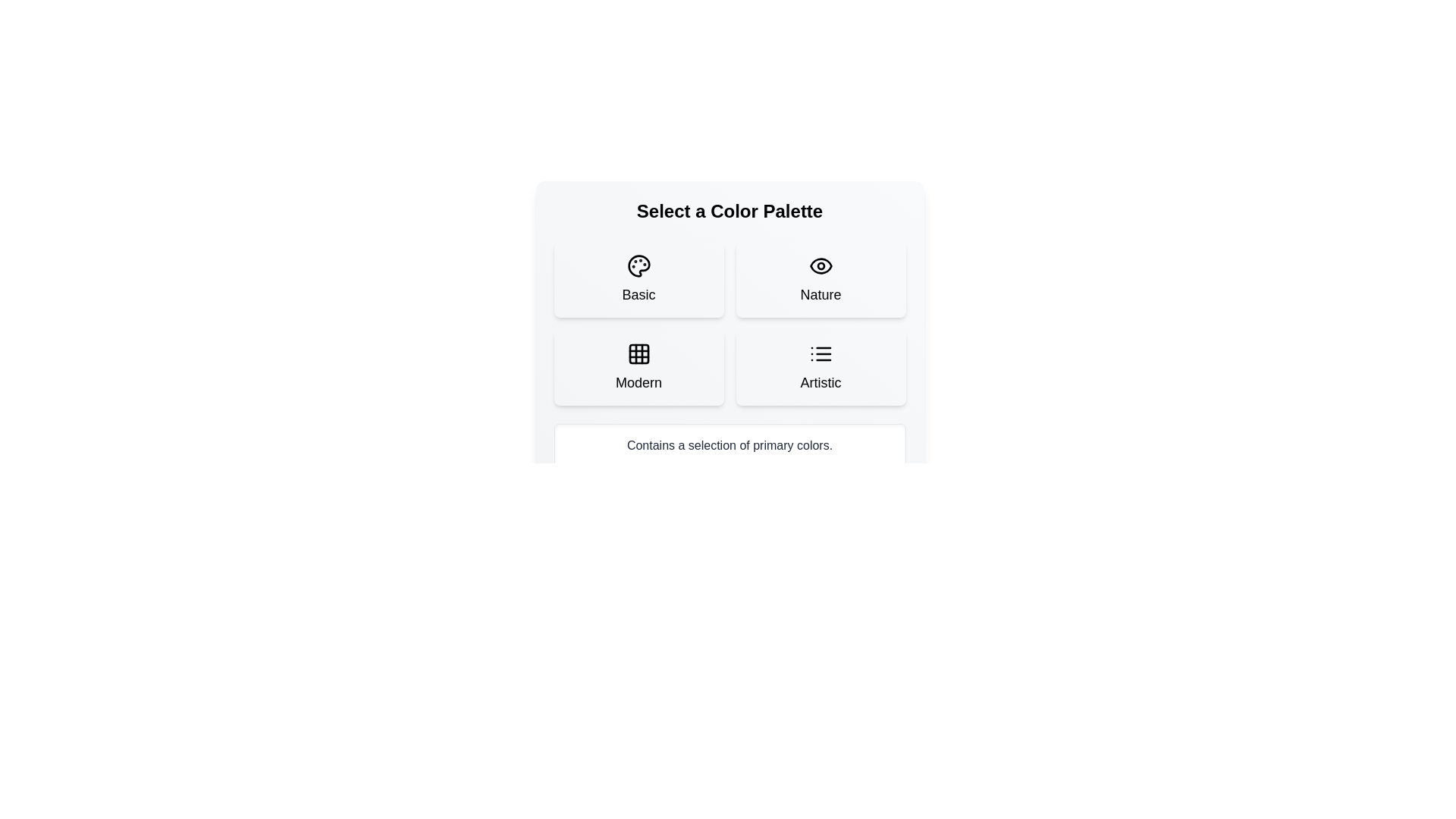 The width and height of the screenshot is (1456, 819). I want to click on the palette button for Modern, so click(639, 368).